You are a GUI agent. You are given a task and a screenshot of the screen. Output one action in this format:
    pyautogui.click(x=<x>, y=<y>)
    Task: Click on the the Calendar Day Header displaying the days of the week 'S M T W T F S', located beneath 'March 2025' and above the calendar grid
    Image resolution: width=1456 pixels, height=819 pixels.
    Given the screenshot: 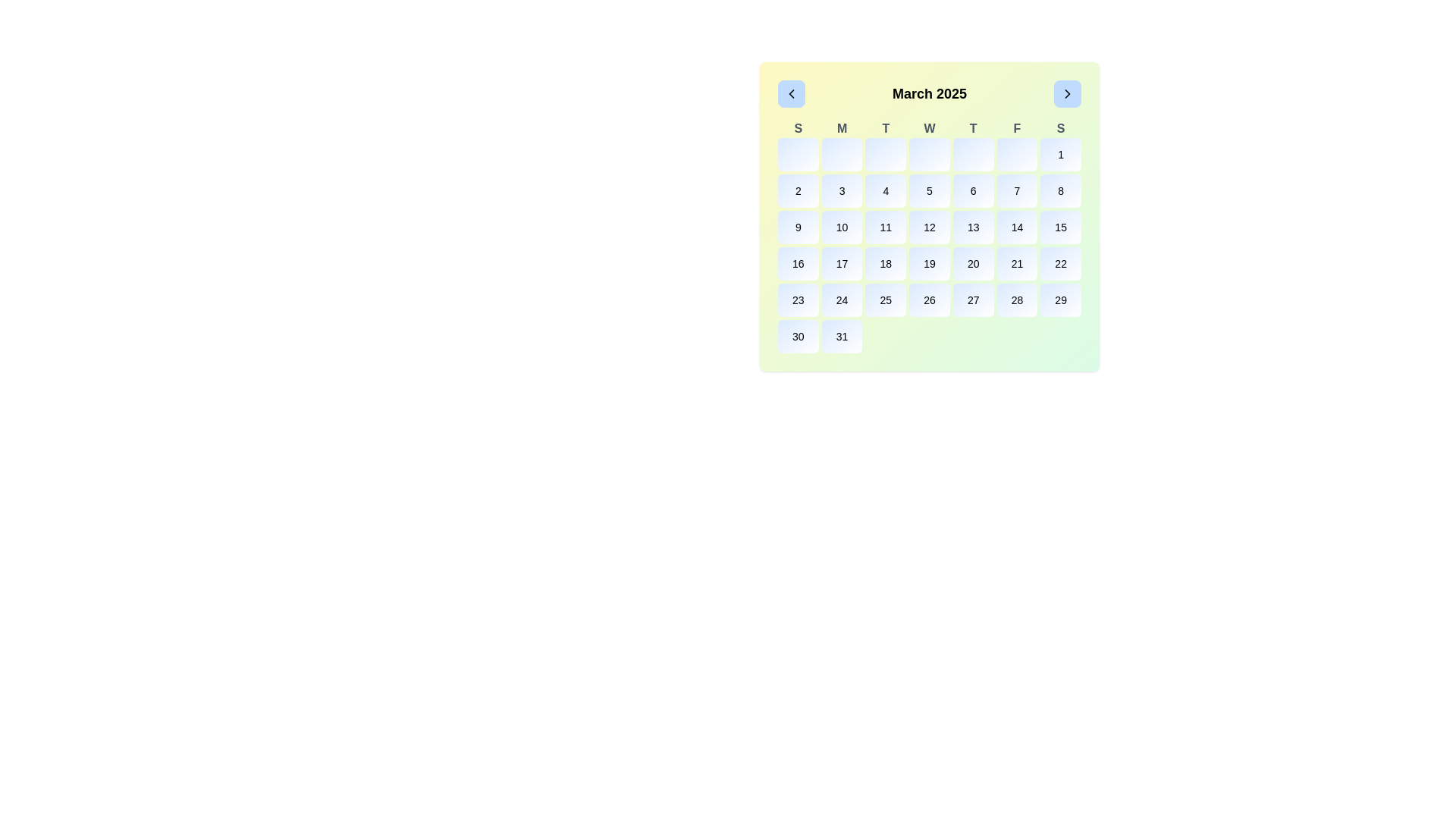 What is the action you would take?
    pyautogui.click(x=928, y=127)
    